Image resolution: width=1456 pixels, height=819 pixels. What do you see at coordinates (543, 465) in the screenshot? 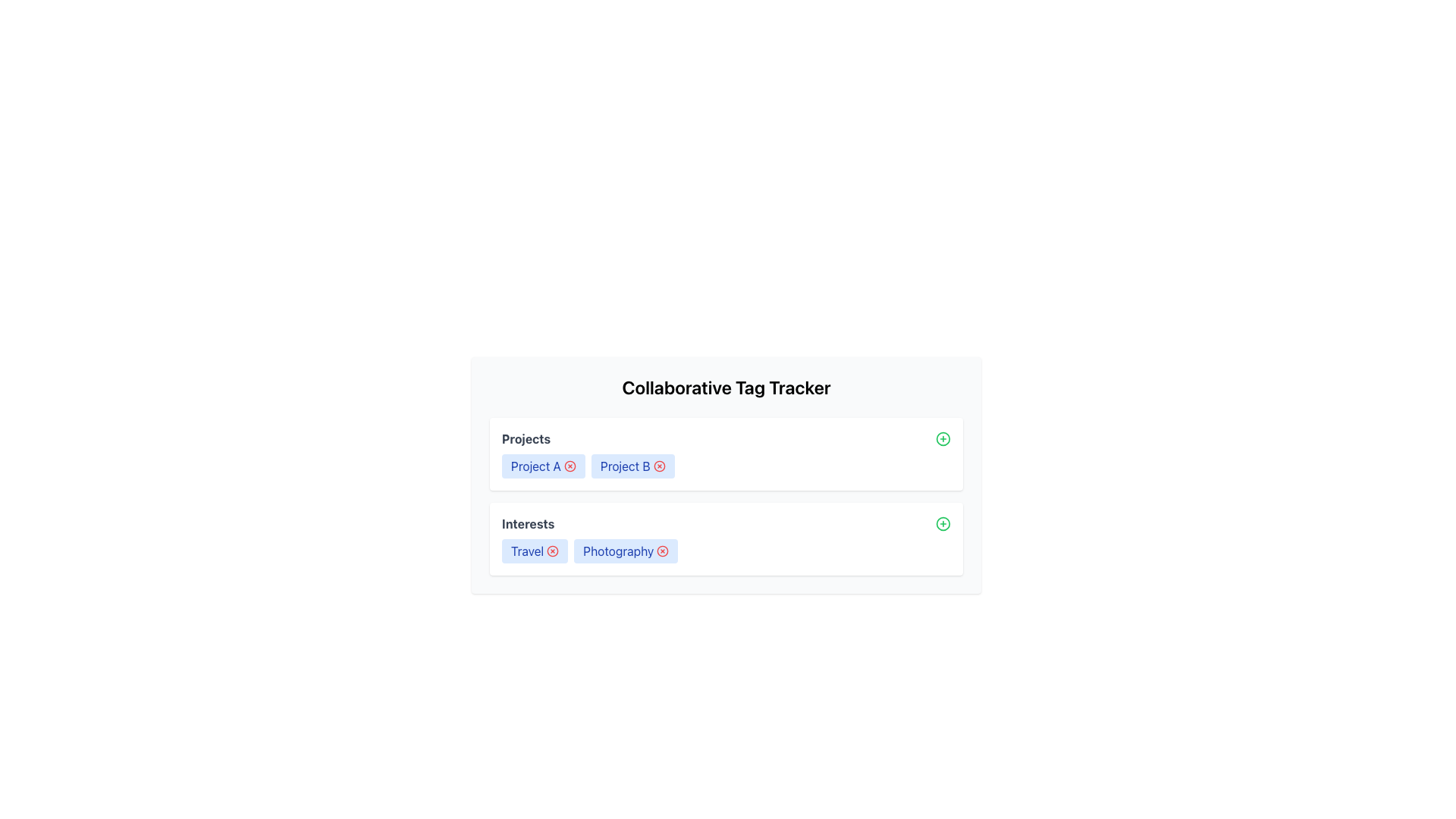
I see `label text of the Tag displaying 'Project A' with a blue background and a small red 'X' button located in the 'Projects' section of the interface` at bounding box center [543, 465].